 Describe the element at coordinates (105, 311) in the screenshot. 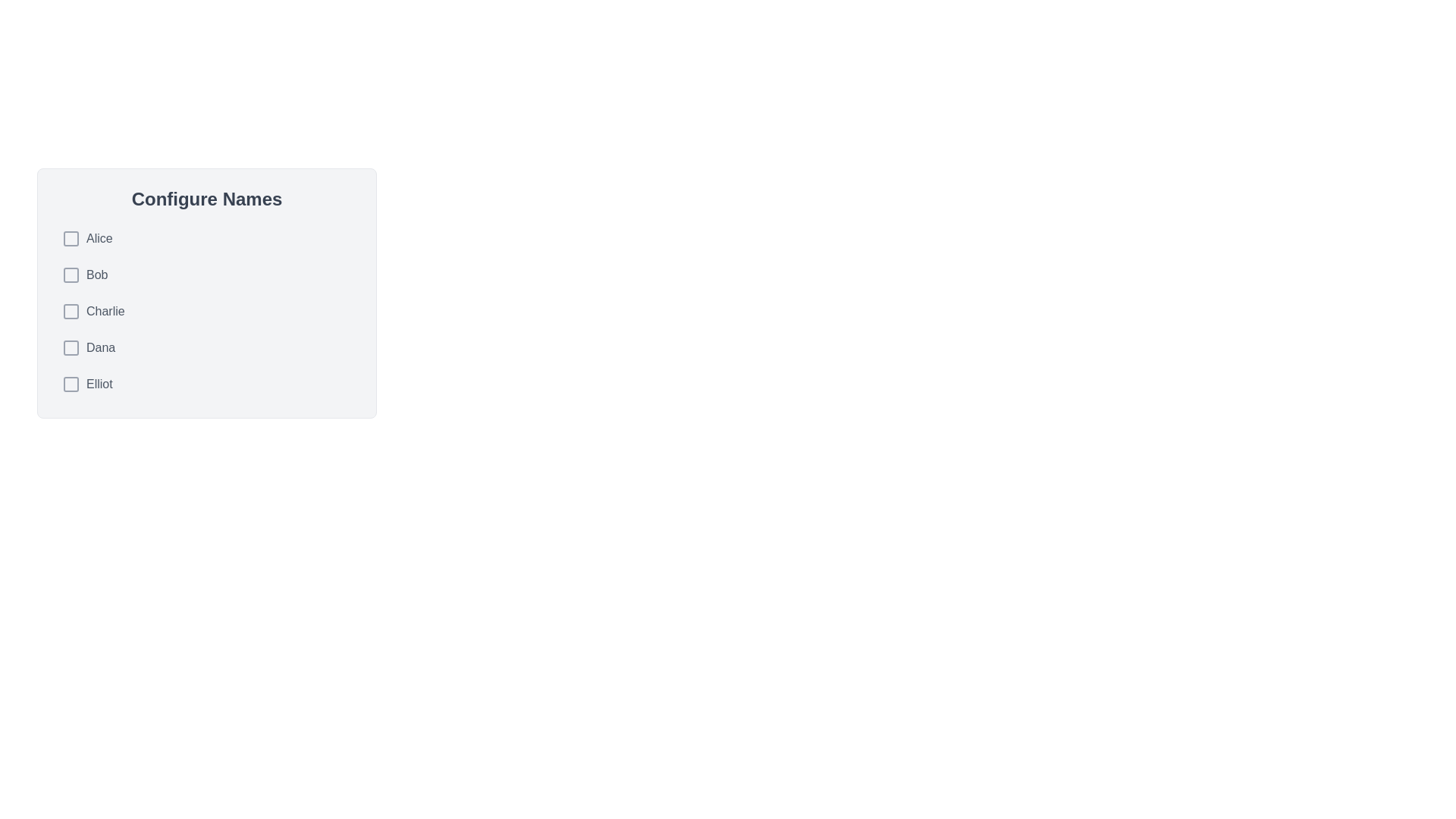

I see `the text label displaying the name 'Charlie', which is the third item in a vertical list of checkbox and label pairs, located slightly to the right of its associated checkbox` at that location.